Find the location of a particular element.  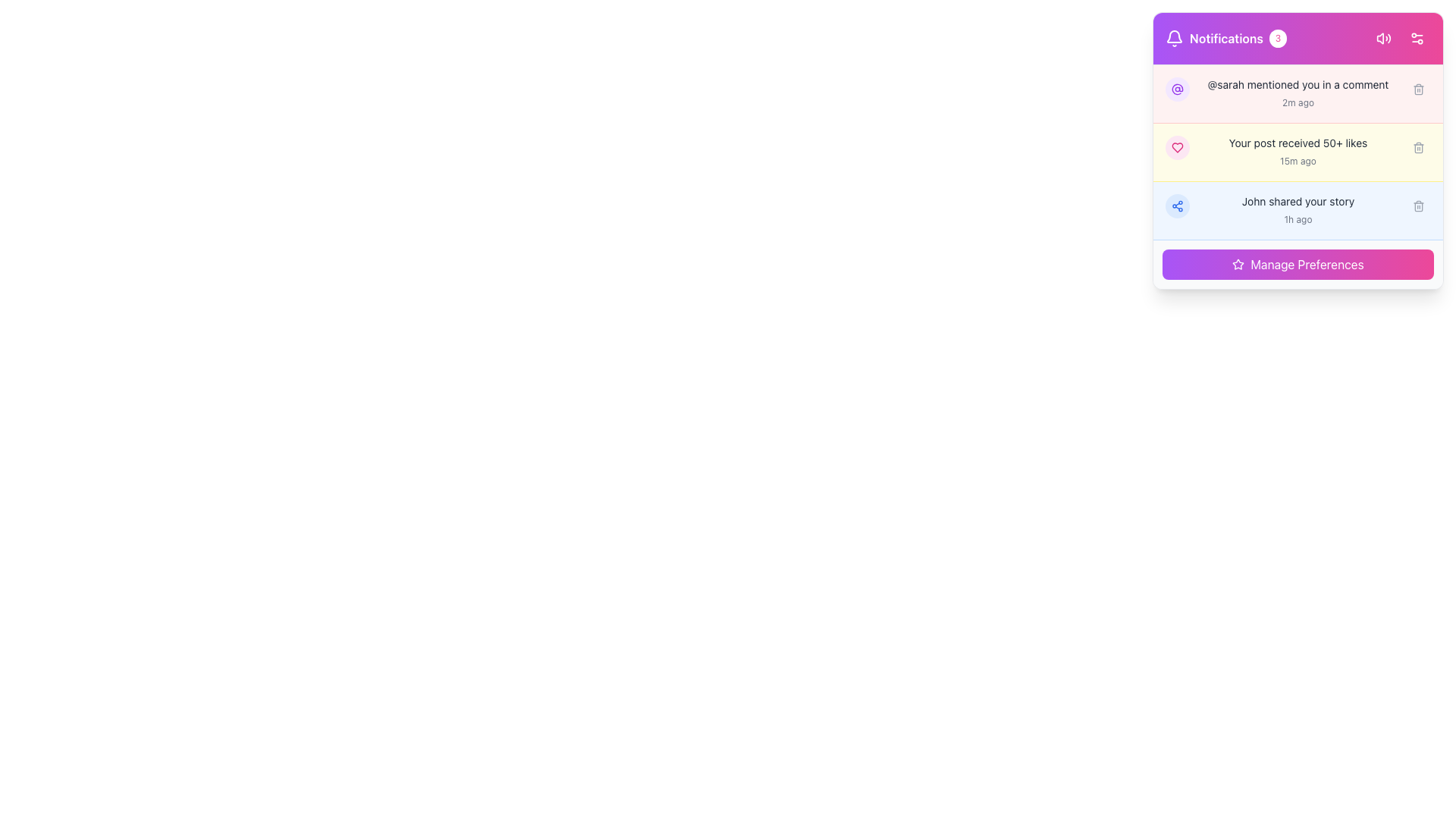

the mute notifications icon button located at the top-right of the notification panel is located at coordinates (1383, 37).